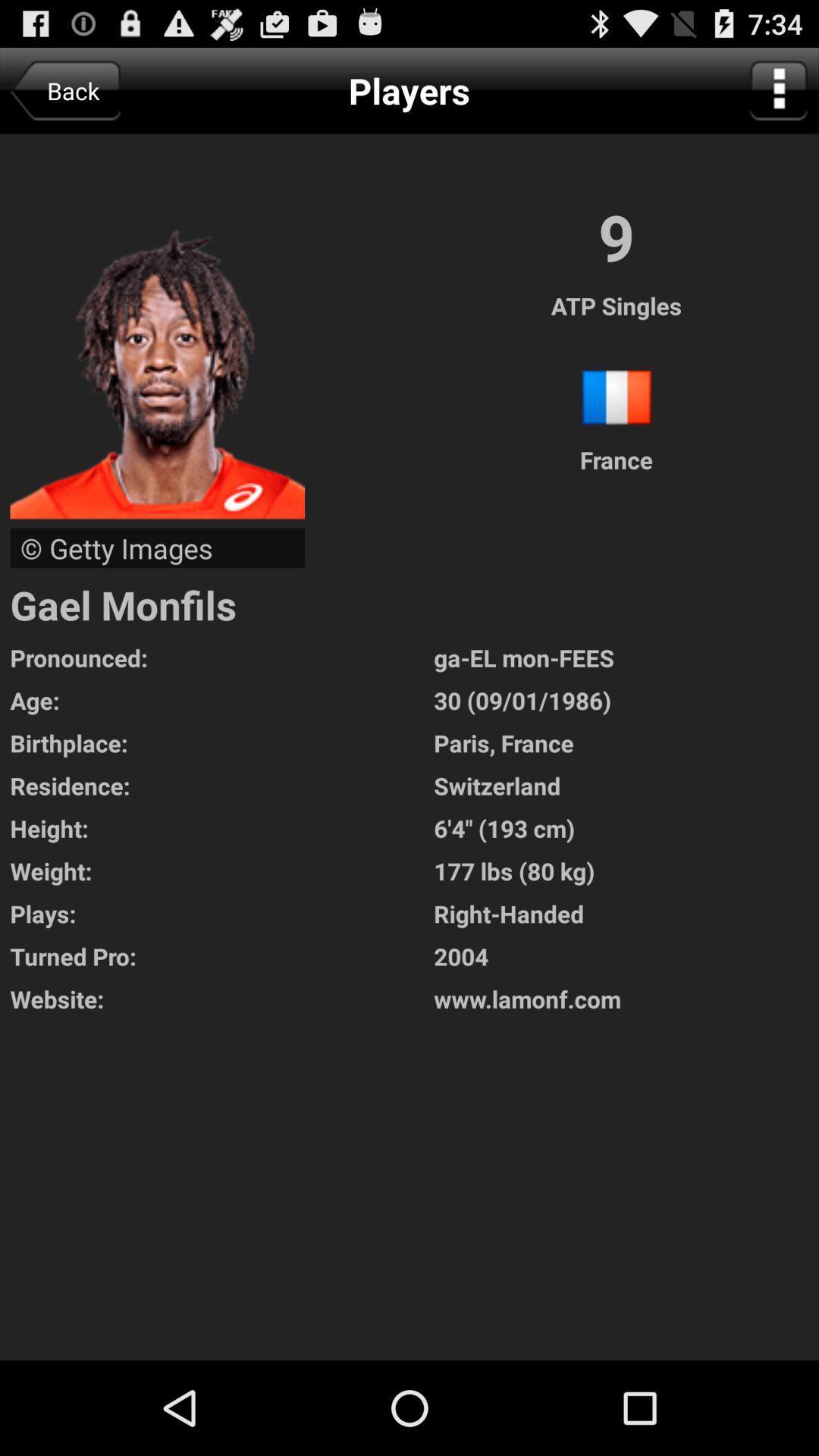  Describe the element at coordinates (626, 827) in the screenshot. I see `the app above weight: item` at that location.